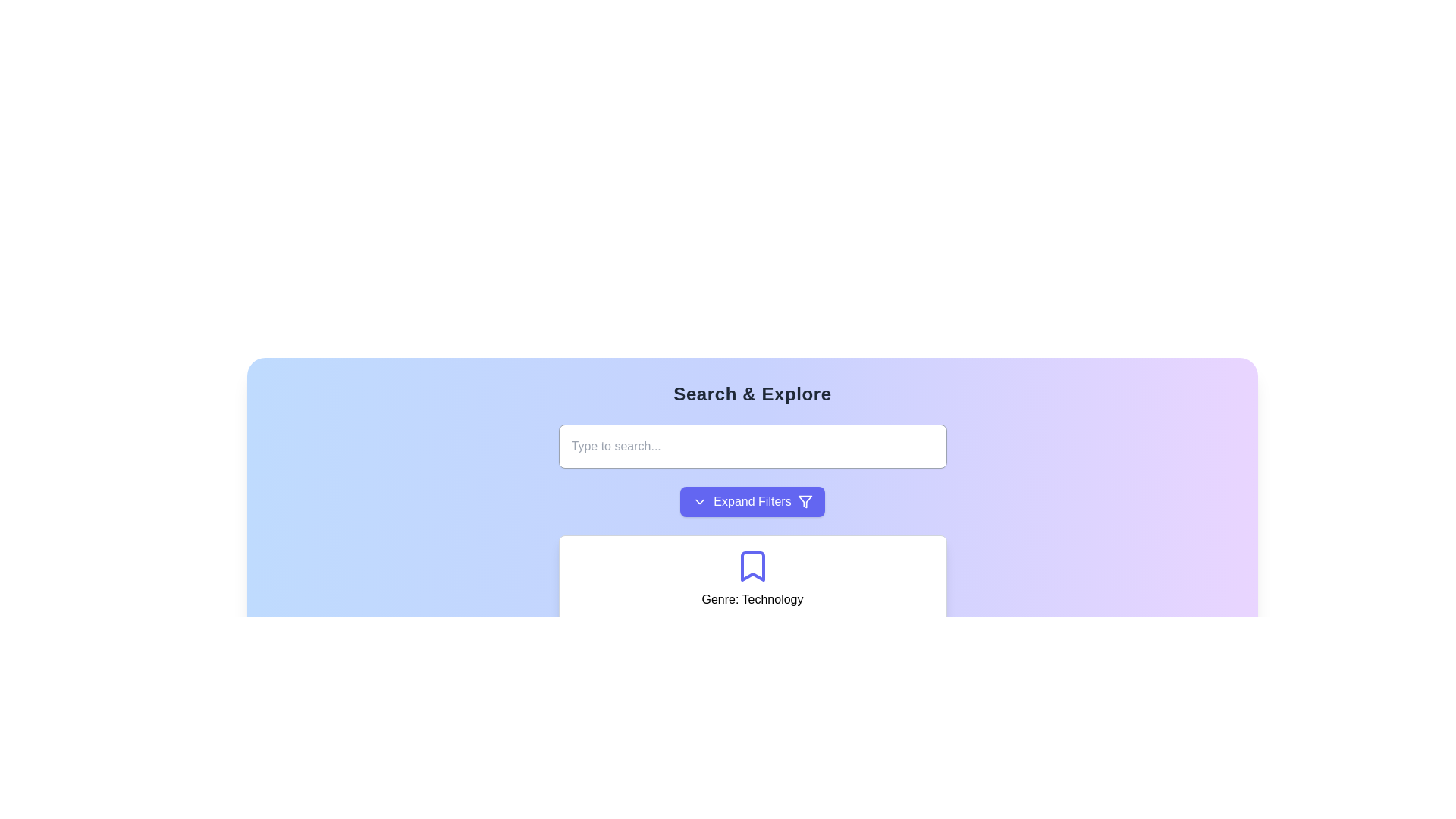 The width and height of the screenshot is (1456, 819). I want to click on the 'Expand Filters' text label located within the purple button, so click(752, 502).